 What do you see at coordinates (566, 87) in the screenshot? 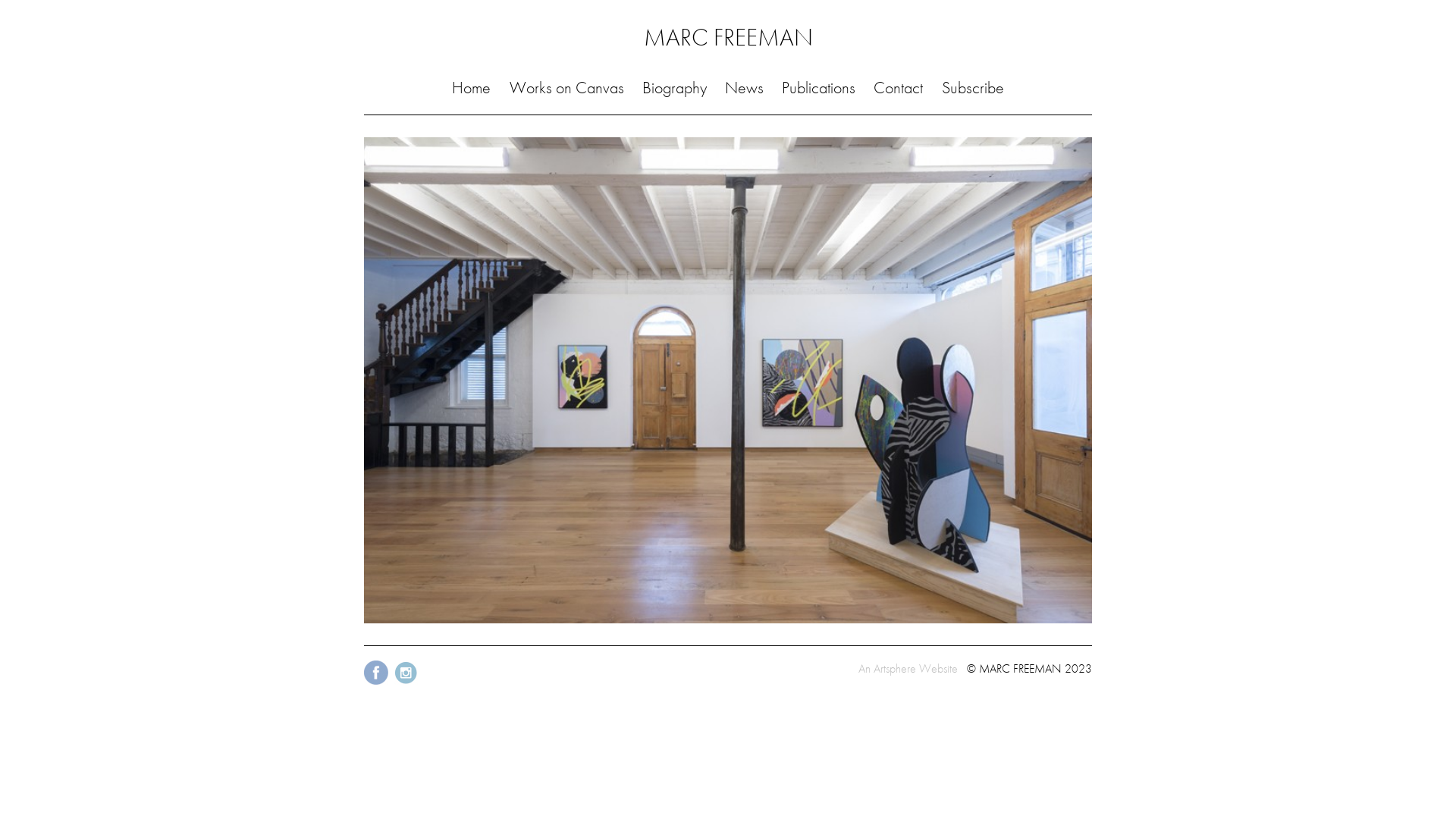
I see `'Works on Canvas'` at bounding box center [566, 87].